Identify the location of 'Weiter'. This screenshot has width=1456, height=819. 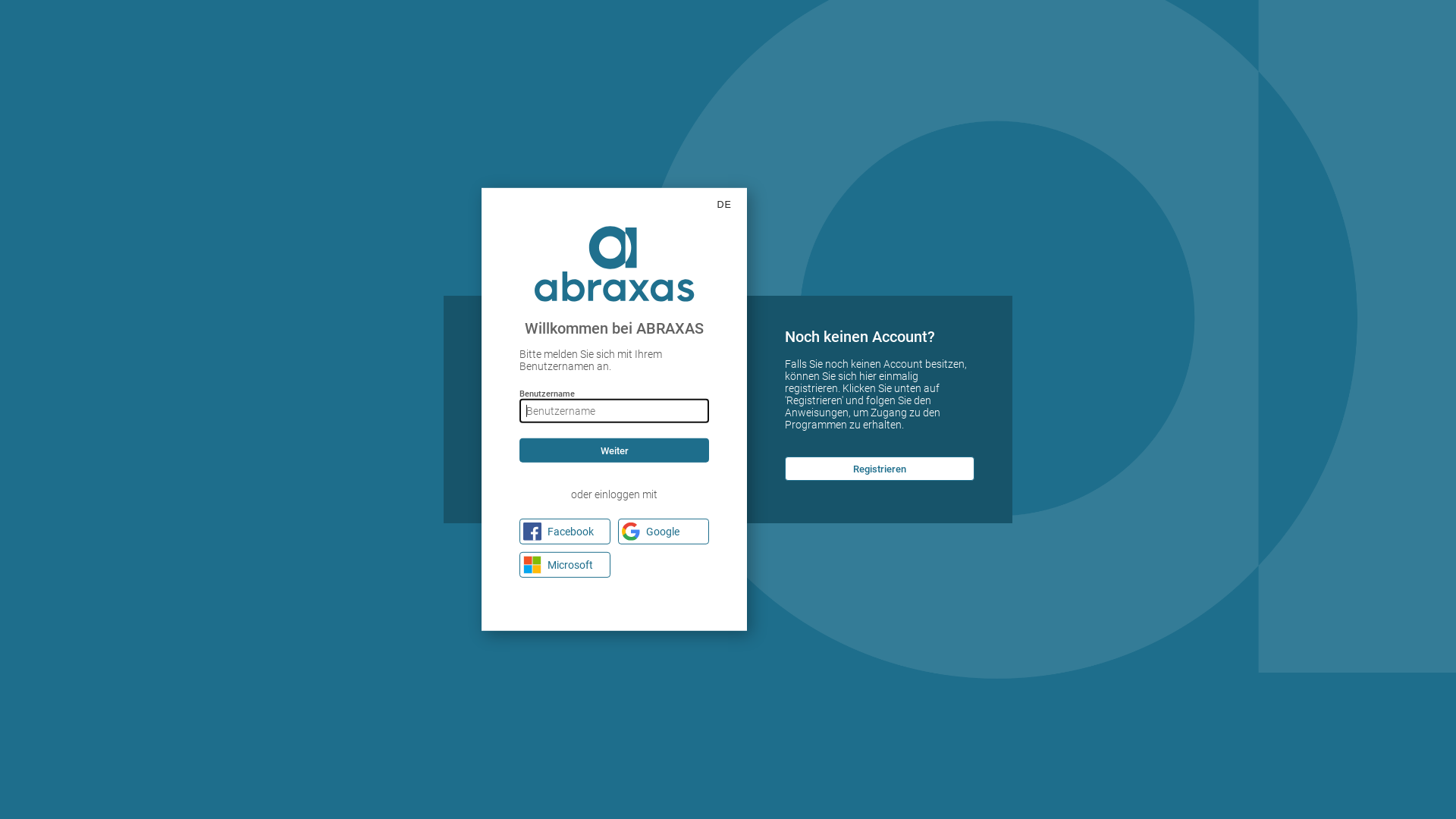
(614, 450).